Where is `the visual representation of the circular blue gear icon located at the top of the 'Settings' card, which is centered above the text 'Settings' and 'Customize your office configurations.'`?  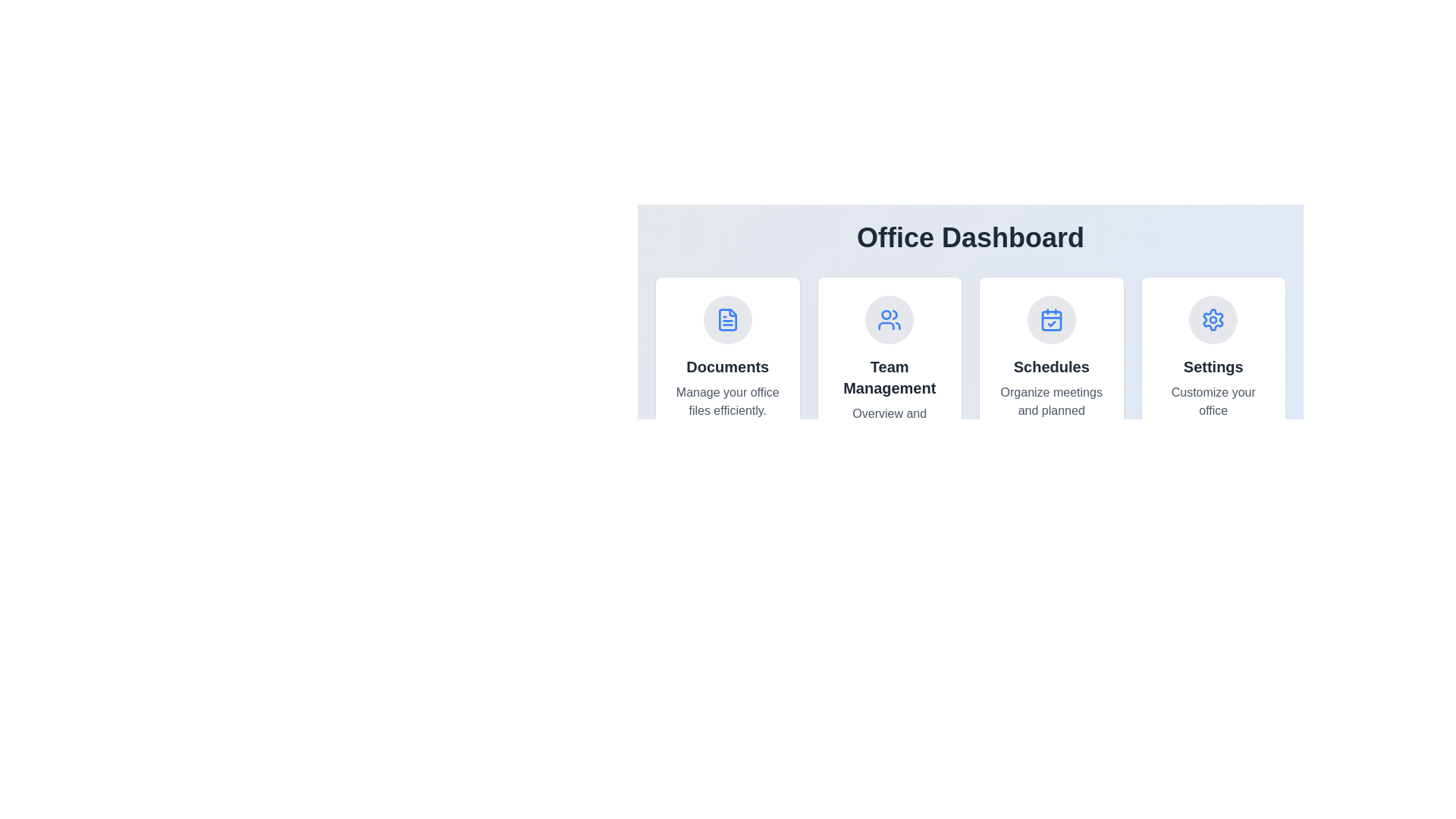
the visual representation of the circular blue gear icon located at the top of the 'Settings' card, which is centered above the text 'Settings' and 'Customize your office configurations.' is located at coordinates (1213, 318).